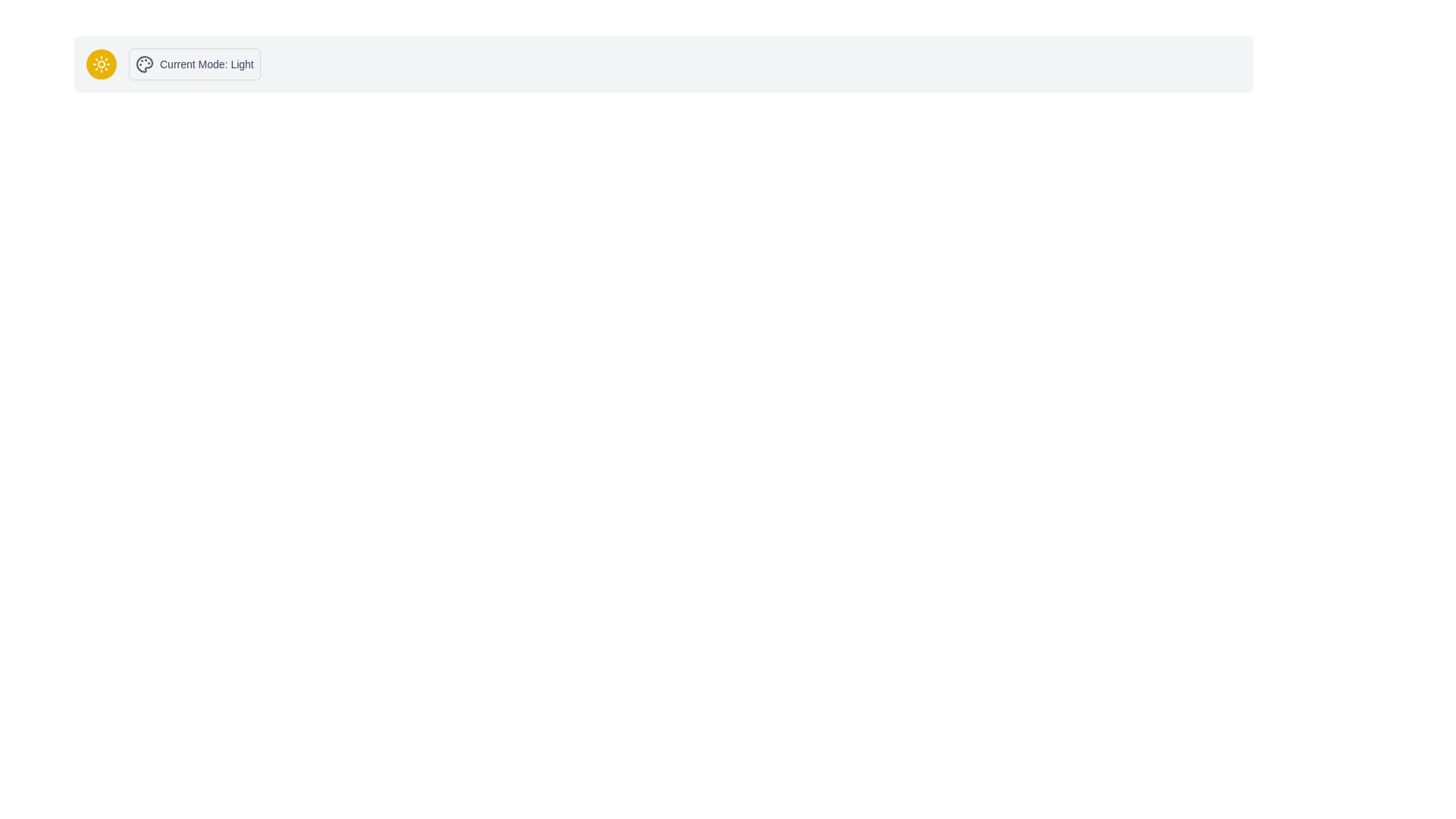 Image resolution: width=1456 pixels, height=819 pixels. I want to click on the sun icon within the rounded yellow button labeled 'Switch to dark mode' located near the top left corner of the interface, so click(101, 63).